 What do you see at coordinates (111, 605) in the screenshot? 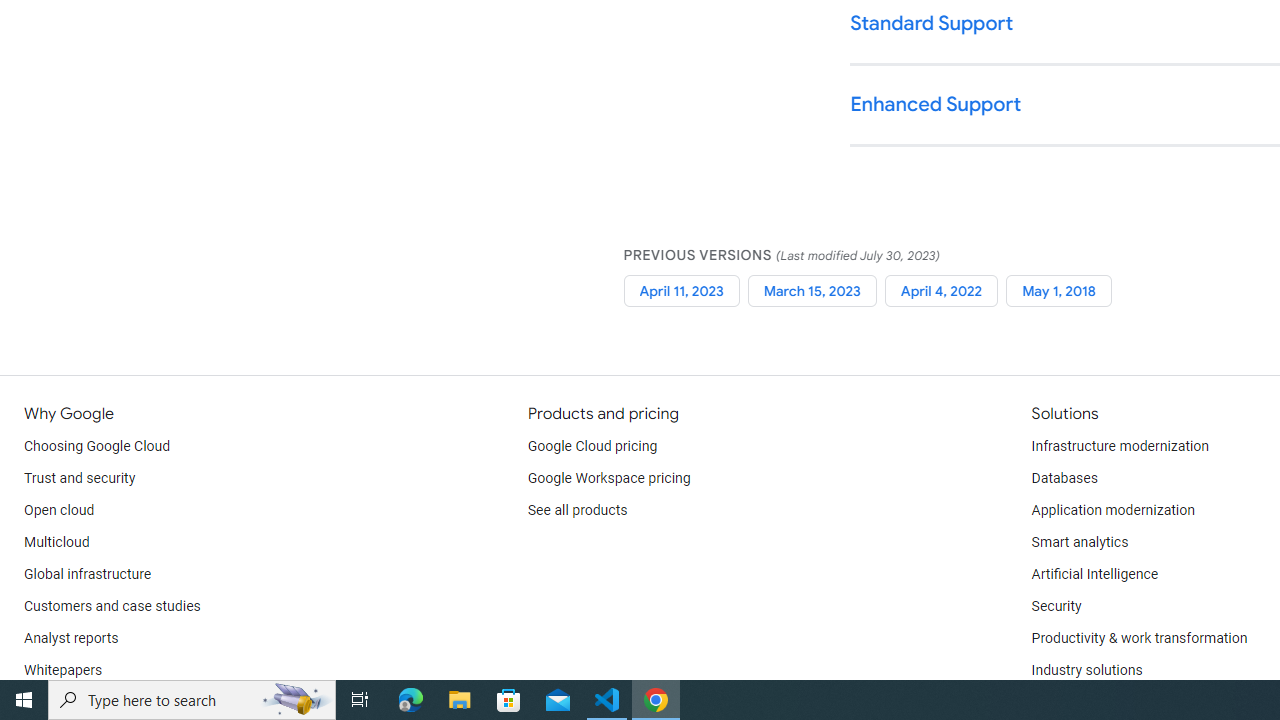
I see `'Customers and case studies'` at bounding box center [111, 605].